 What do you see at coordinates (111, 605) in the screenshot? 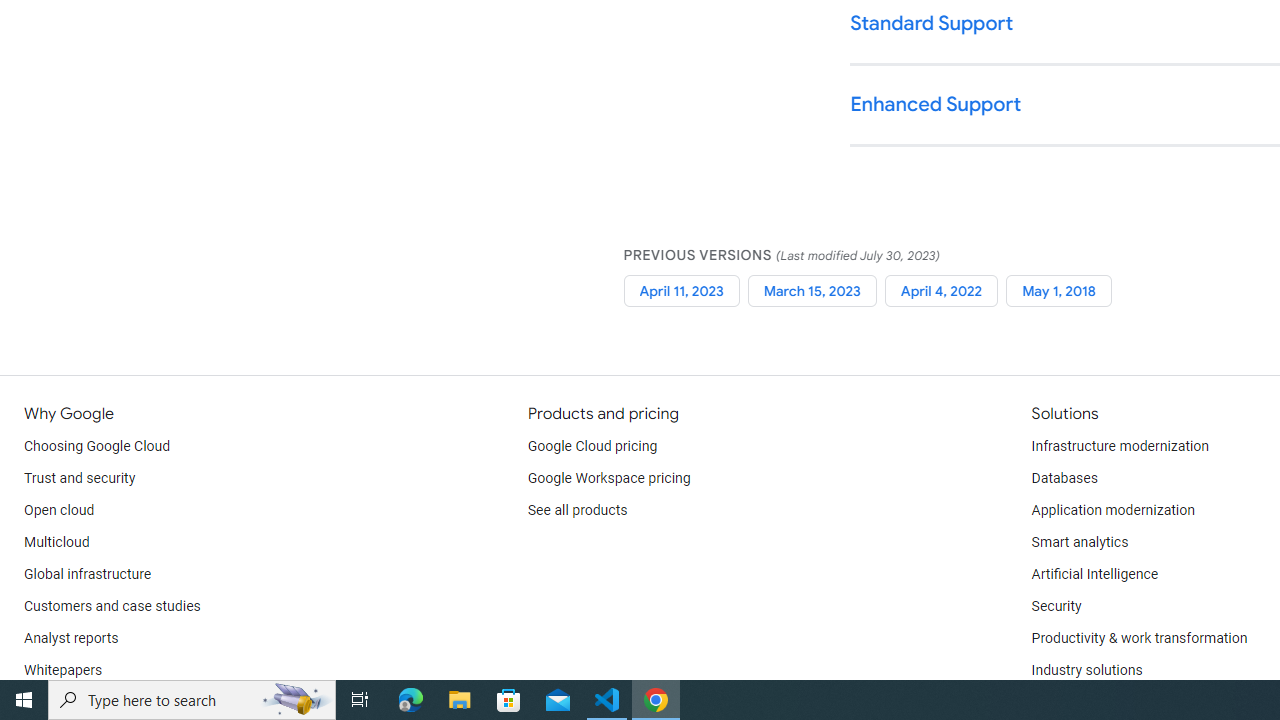
I see `'Customers and case studies'` at bounding box center [111, 605].